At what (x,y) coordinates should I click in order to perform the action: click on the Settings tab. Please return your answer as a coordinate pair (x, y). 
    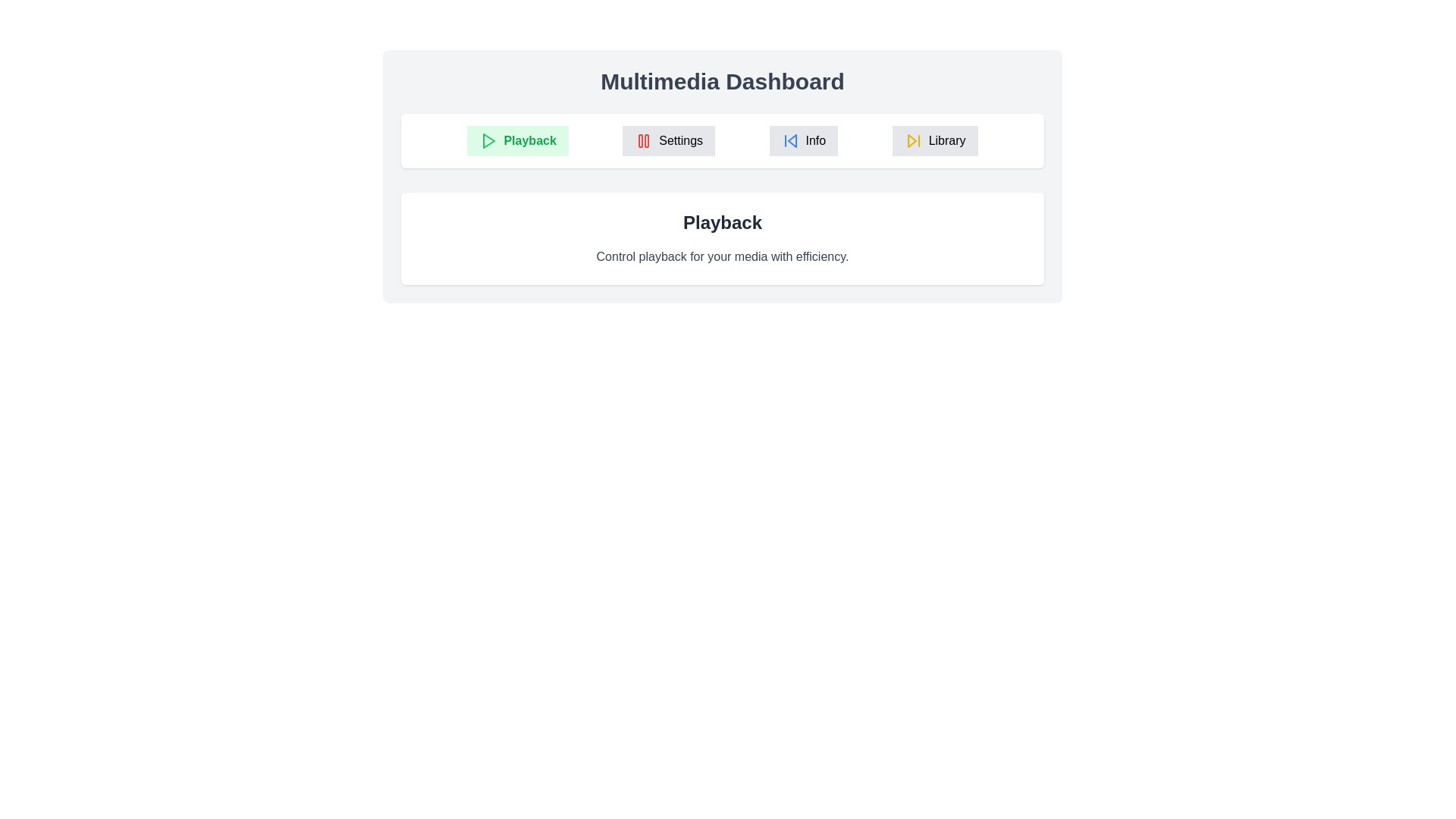
    Looking at the image, I should click on (668, 140).